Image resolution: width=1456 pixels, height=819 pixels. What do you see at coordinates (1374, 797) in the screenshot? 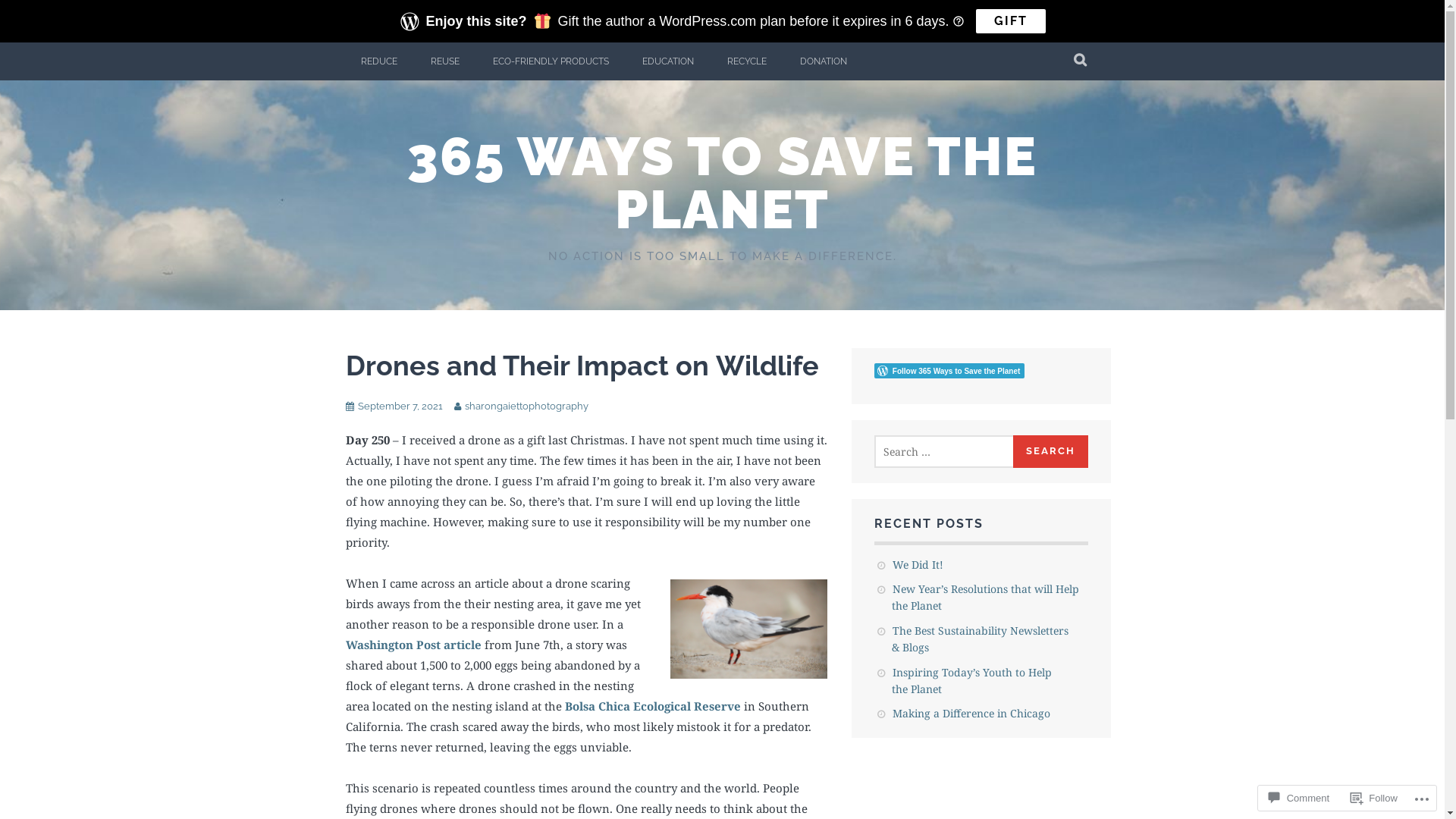
I see `'Follow'` at bounding box center [1374, 797].